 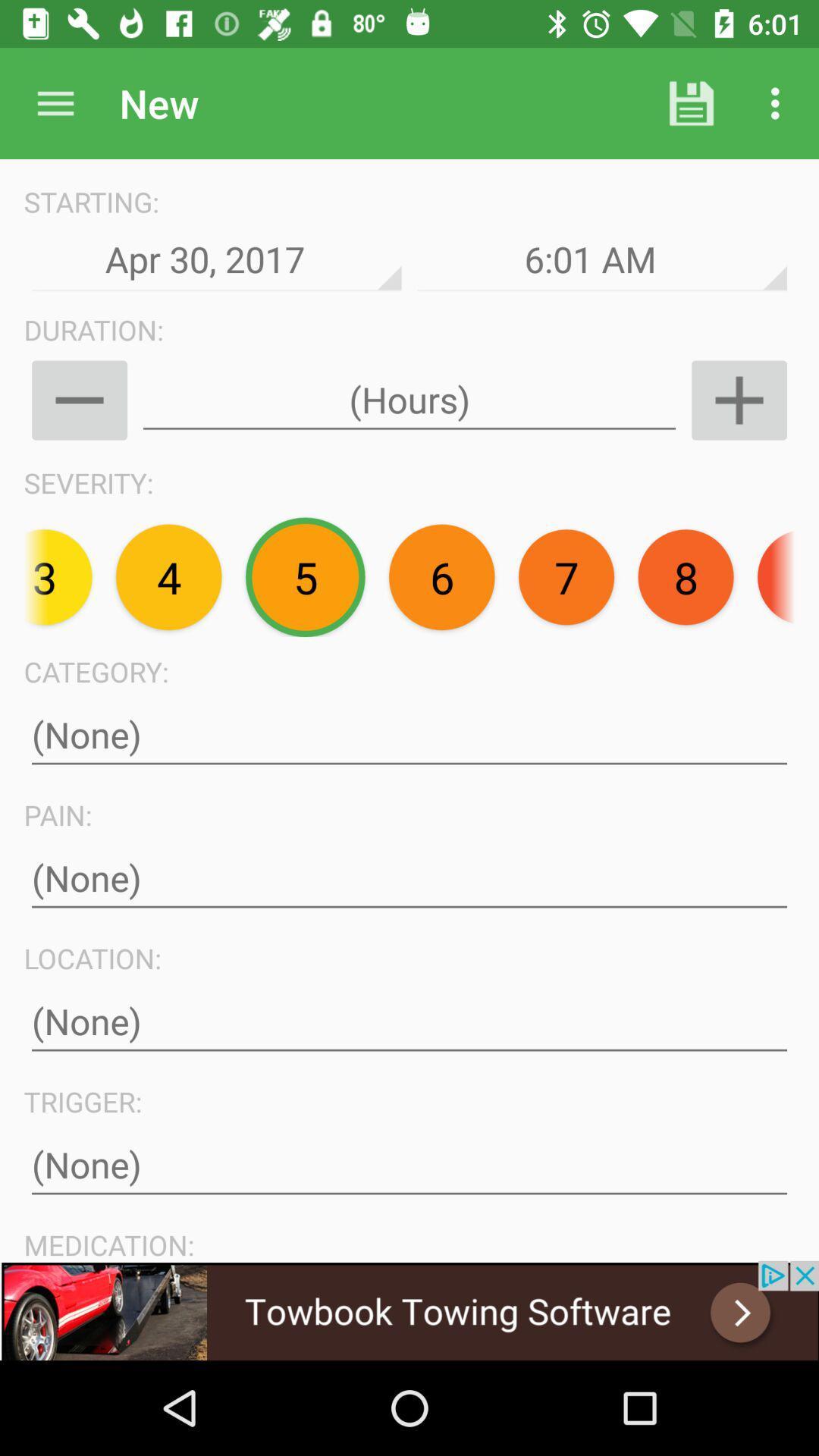 I want to click on the add icon, so click(x=739, y=400).